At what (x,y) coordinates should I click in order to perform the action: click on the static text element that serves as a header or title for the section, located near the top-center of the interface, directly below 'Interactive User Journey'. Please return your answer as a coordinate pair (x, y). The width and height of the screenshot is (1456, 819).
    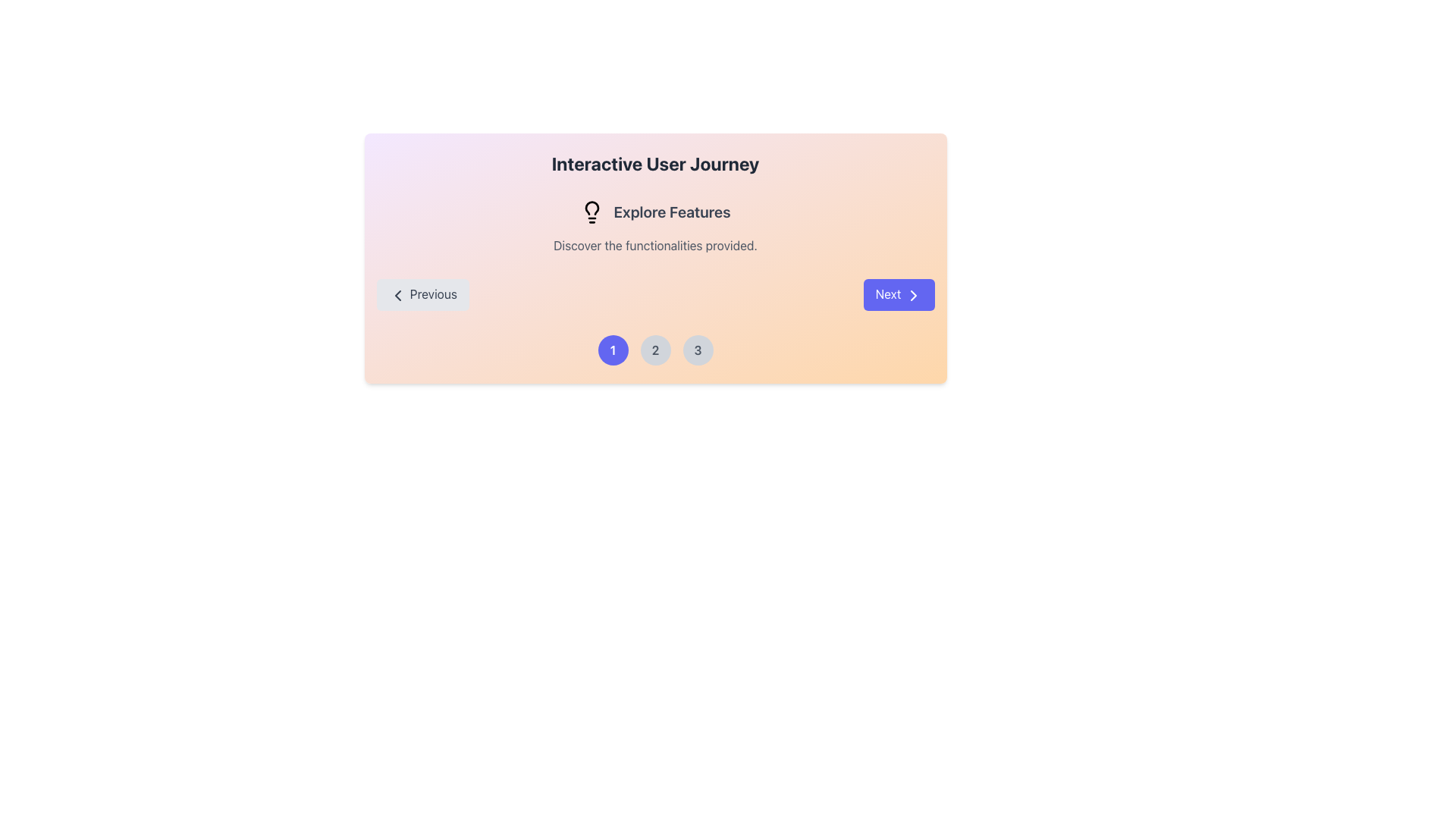
    Looking at the image, I should click on (655, 212).